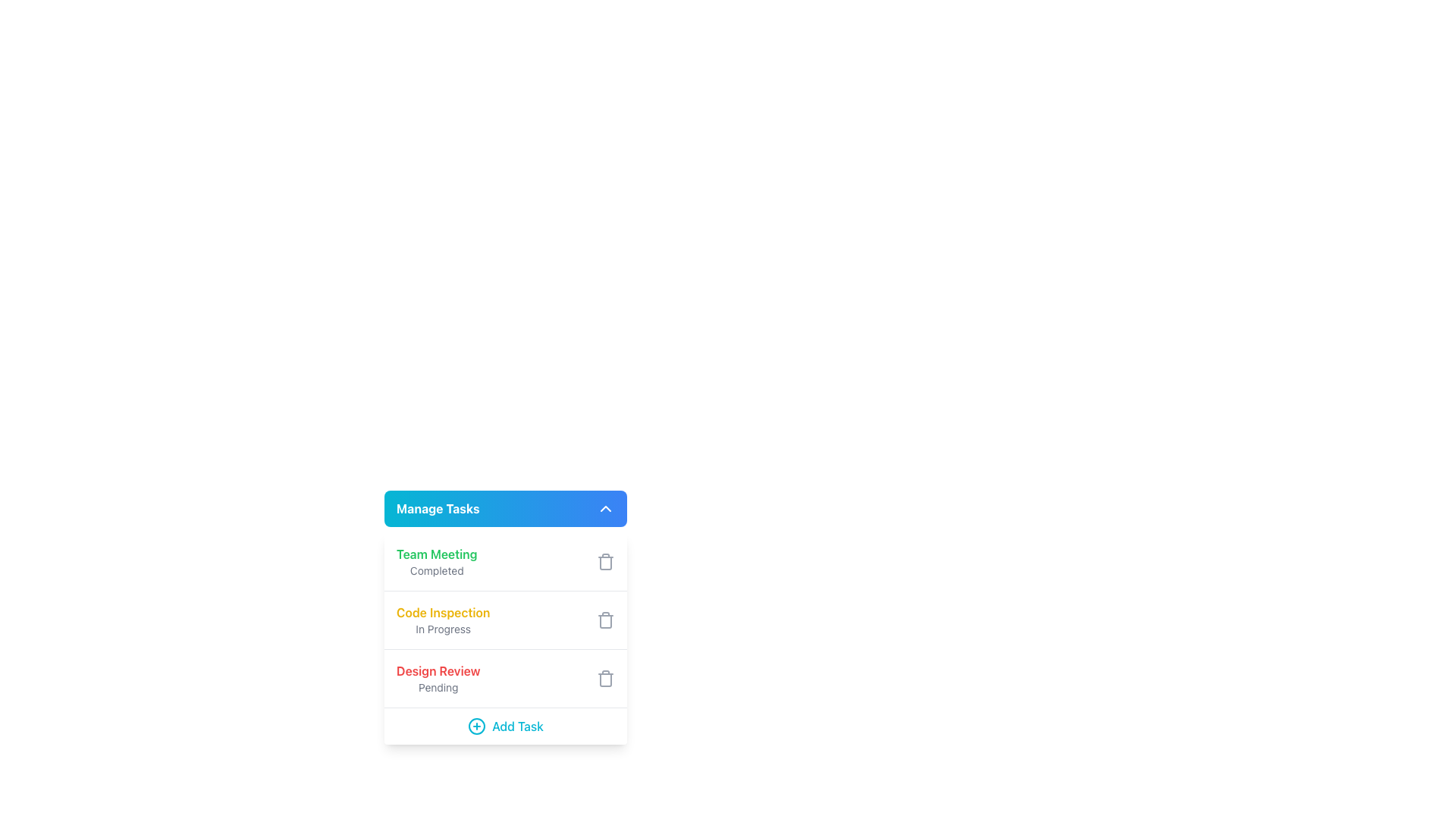 The image size is (1456, 819). Describe the element at coordinates (604, 509) in the screenshot. I see `the downward-facing chevron icon located on the right side of the 'Manage Tasks' button` at that location.